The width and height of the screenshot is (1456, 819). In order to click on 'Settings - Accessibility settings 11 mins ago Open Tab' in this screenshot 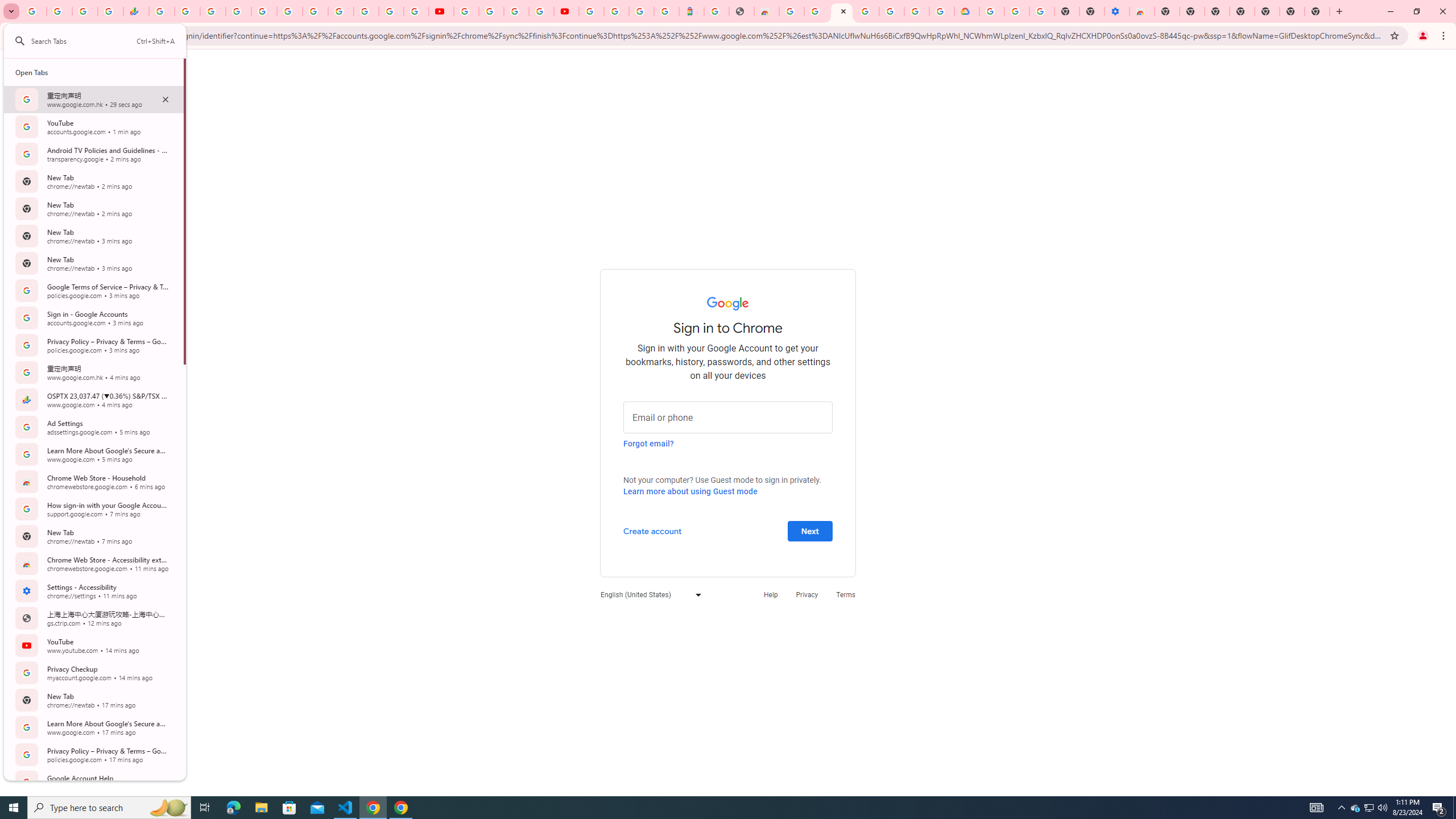, I will do `click(93, 590)`.